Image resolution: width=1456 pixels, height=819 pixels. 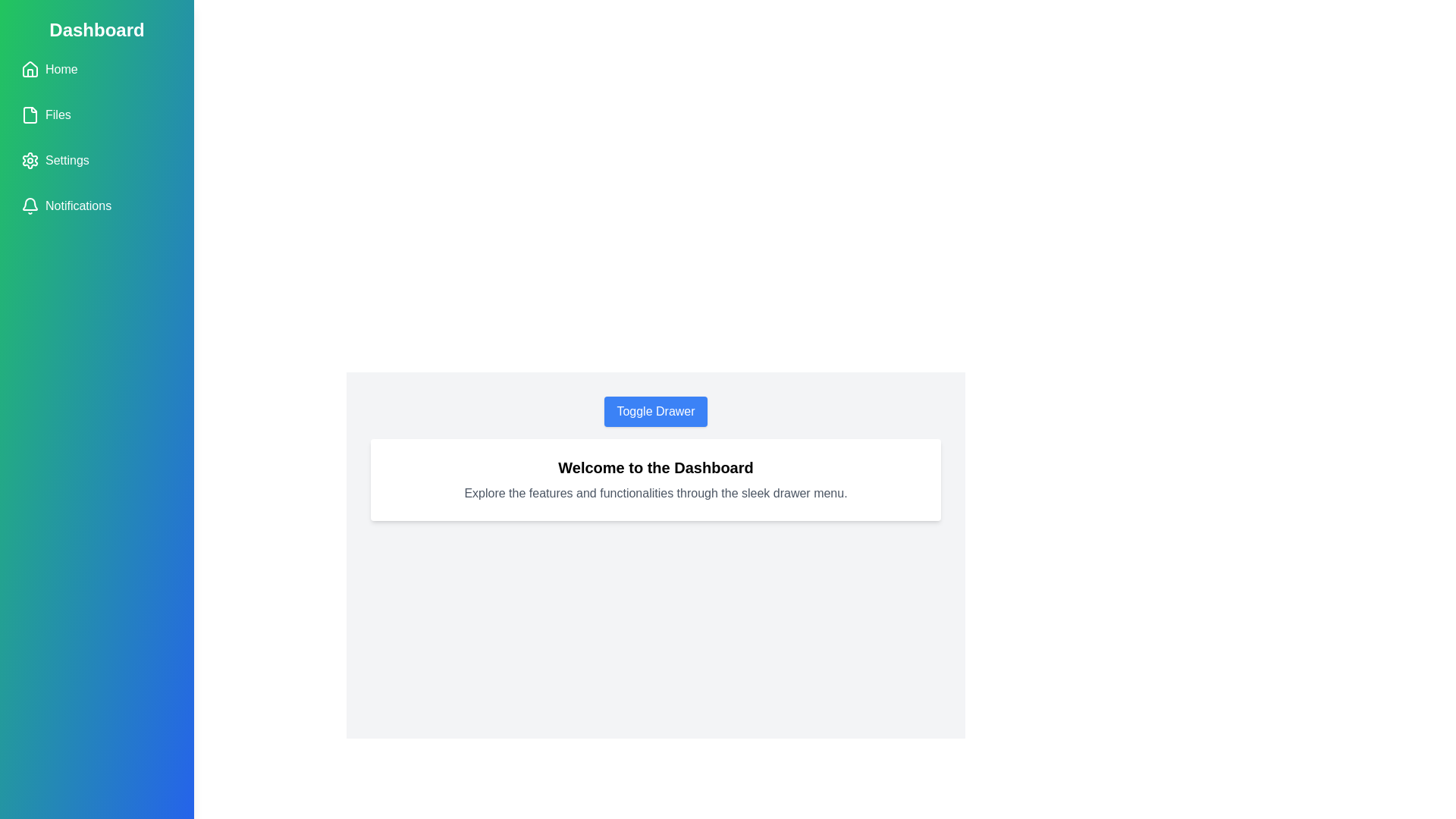 I want to click on the menu item Settings to navigate, so click(x=96, y=161).